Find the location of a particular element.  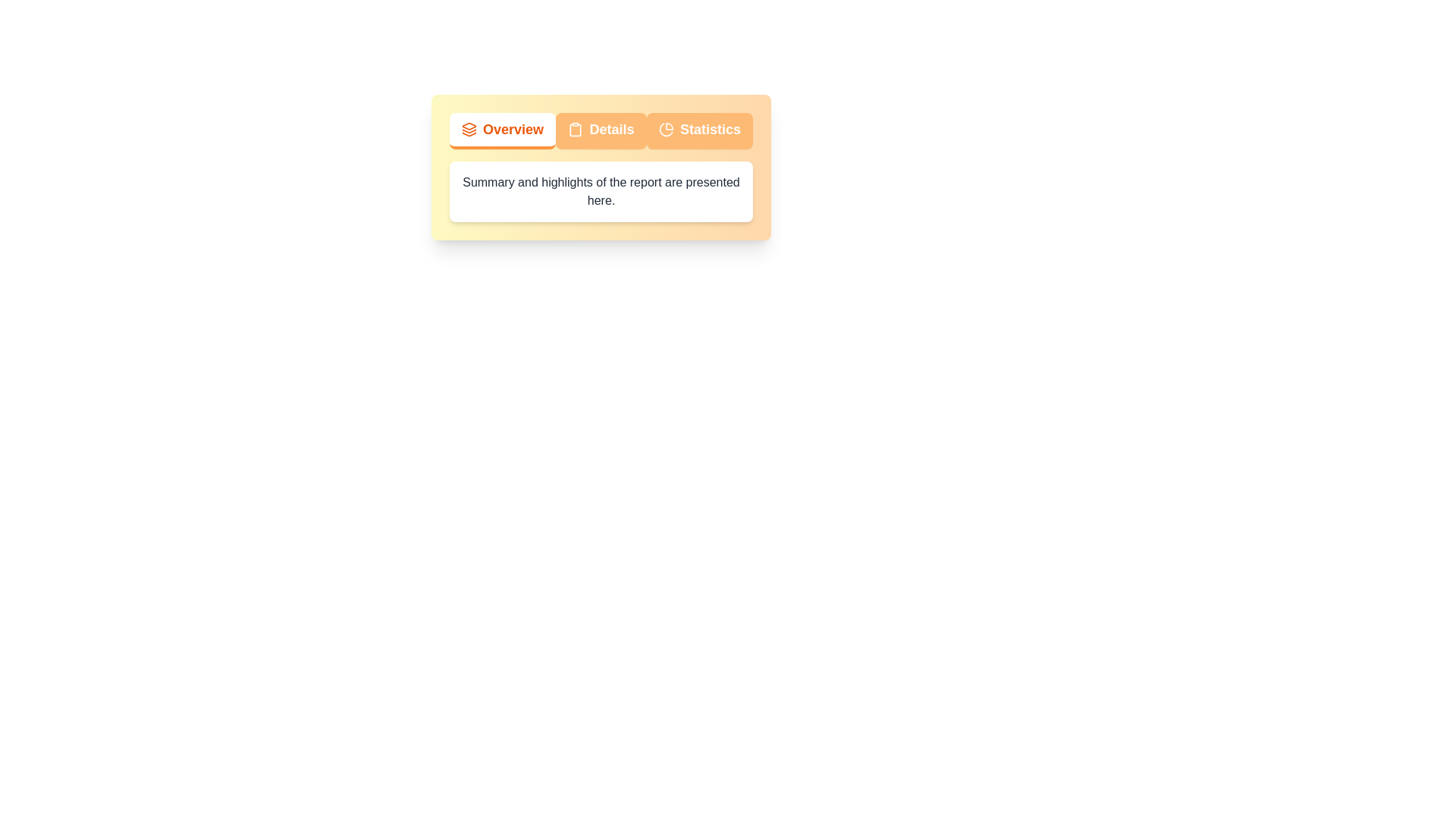

the 'Overview' tab label, which is an orange, bold text label located on the left side of the tab bar is located at coordinates (513, 128).